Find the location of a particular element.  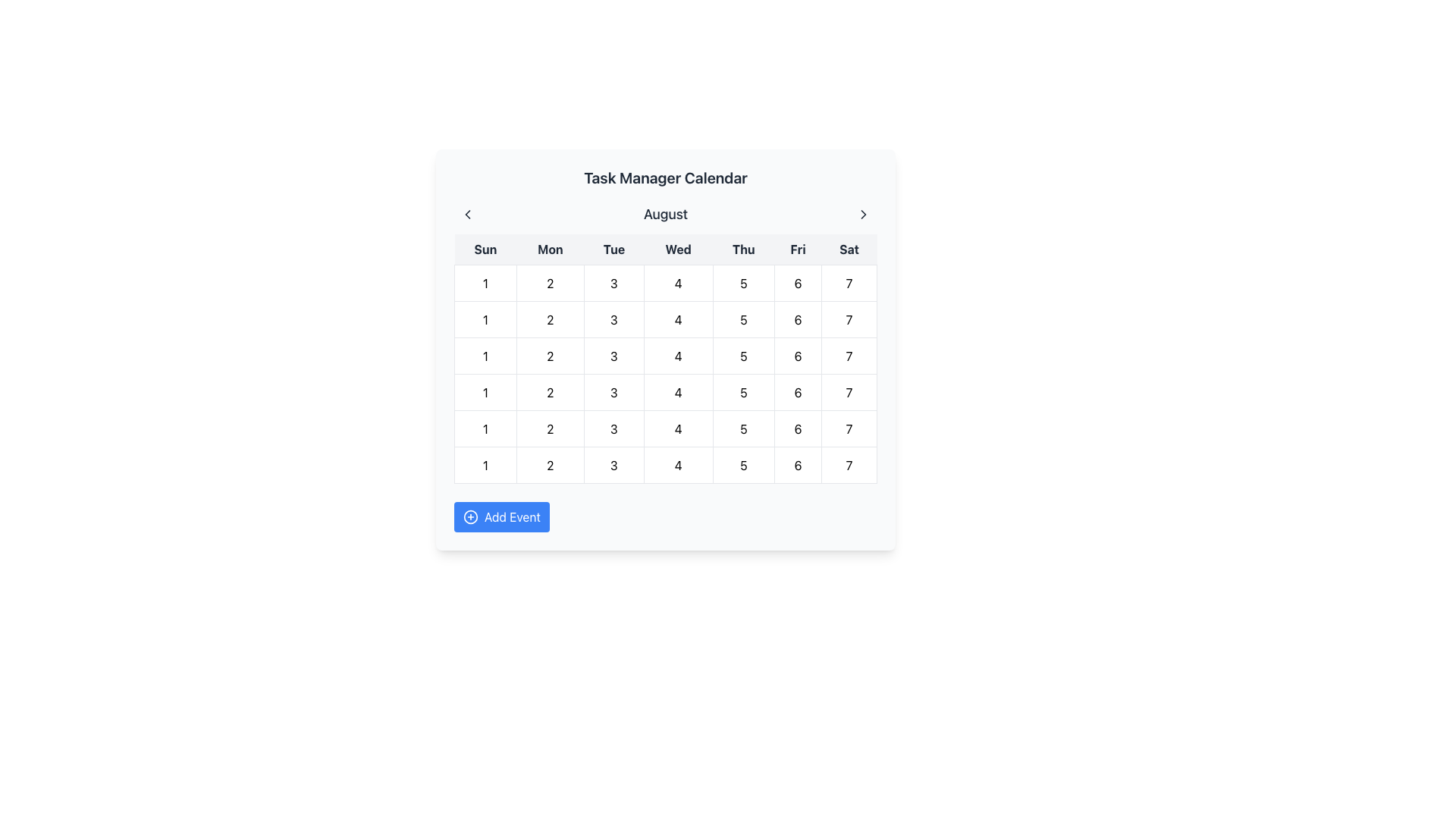

the centered number '2' in the calendar grid, located in the second column under the 'Tue' header is located at coordinates (549, 391).